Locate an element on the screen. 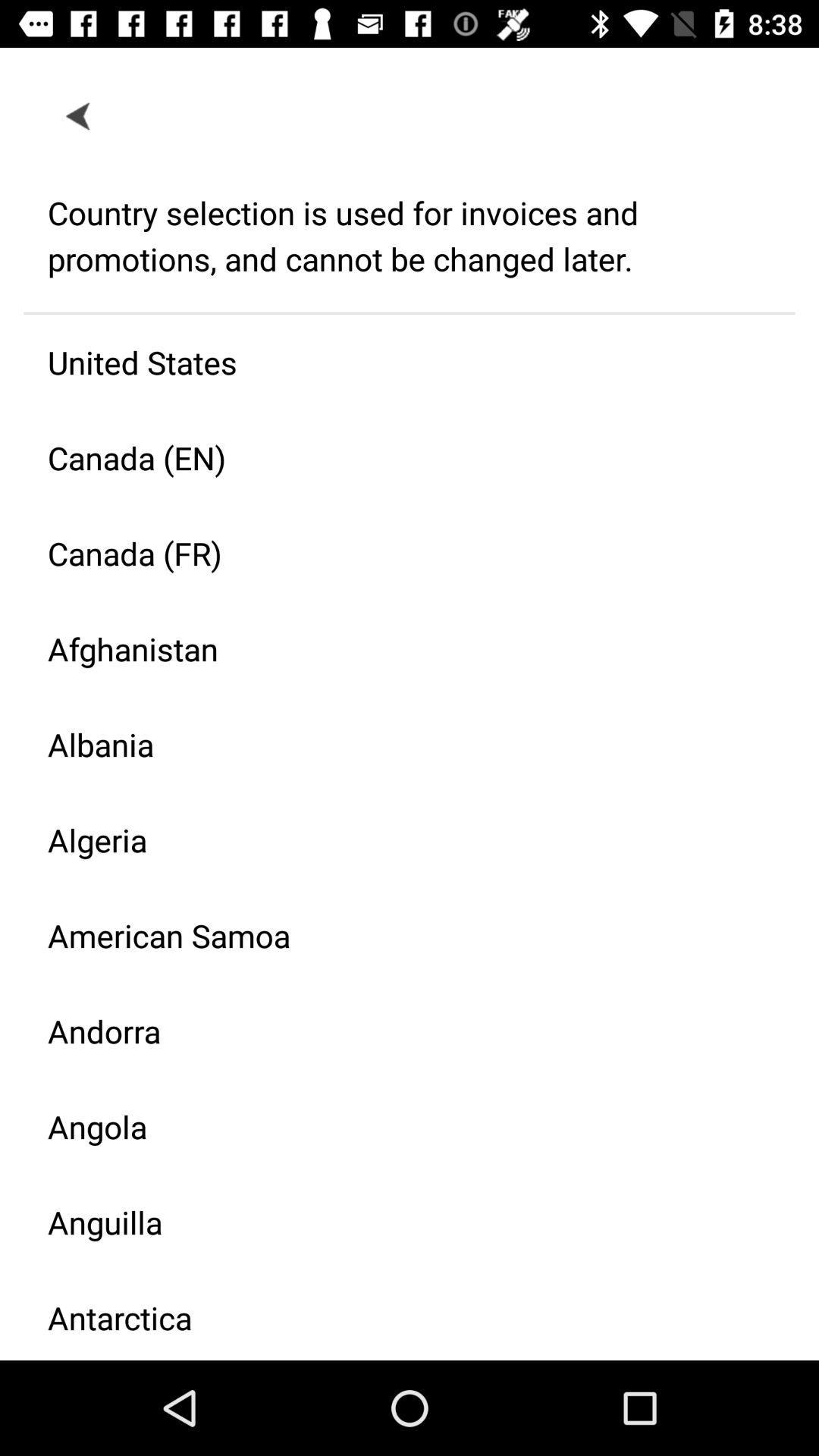 Image resolution: width=819 pixels, height=1456 pixels. the item above the canada (fr) item is located at coordinates (397, 457).